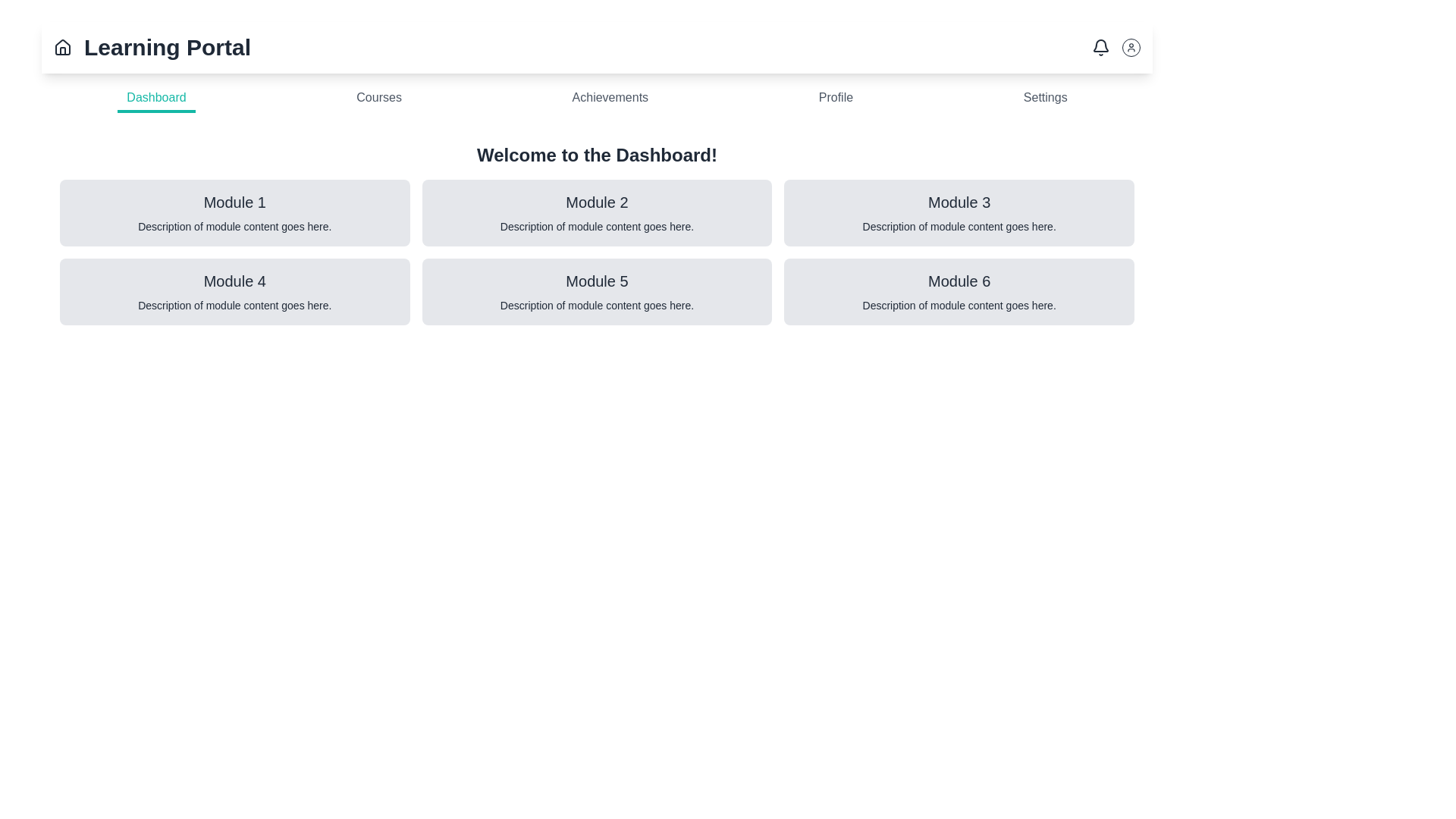 This screenshot has height=819, width=1456. What do you see at coordinates (959, 201) in the screenshot?
I see `text label at the center-top of the 'Module 3' card, which summarizes the content of the card` at bounding box center [959, 201].